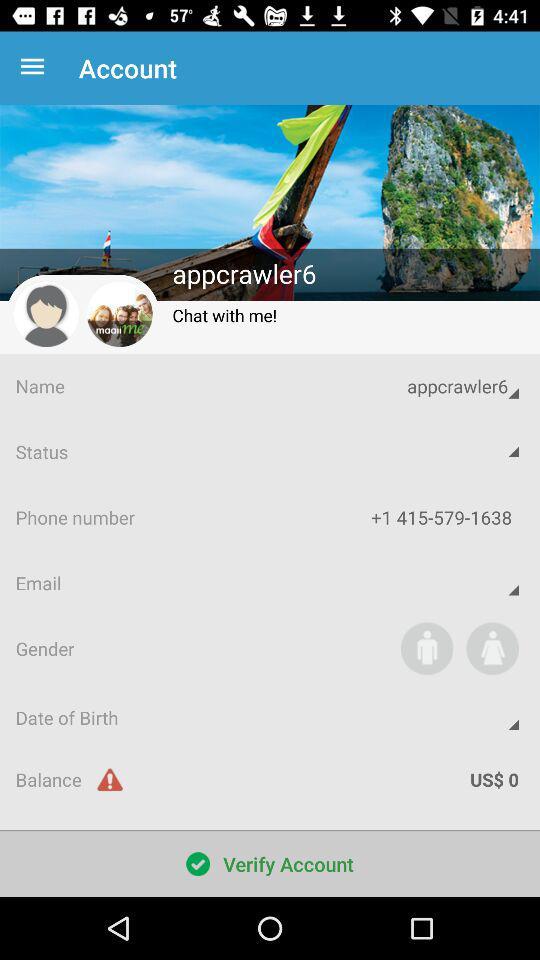  What do you see at coordinates (426, 647) in the screenshot?
I see `app above date of birth app` at bounding box center [426, 647].